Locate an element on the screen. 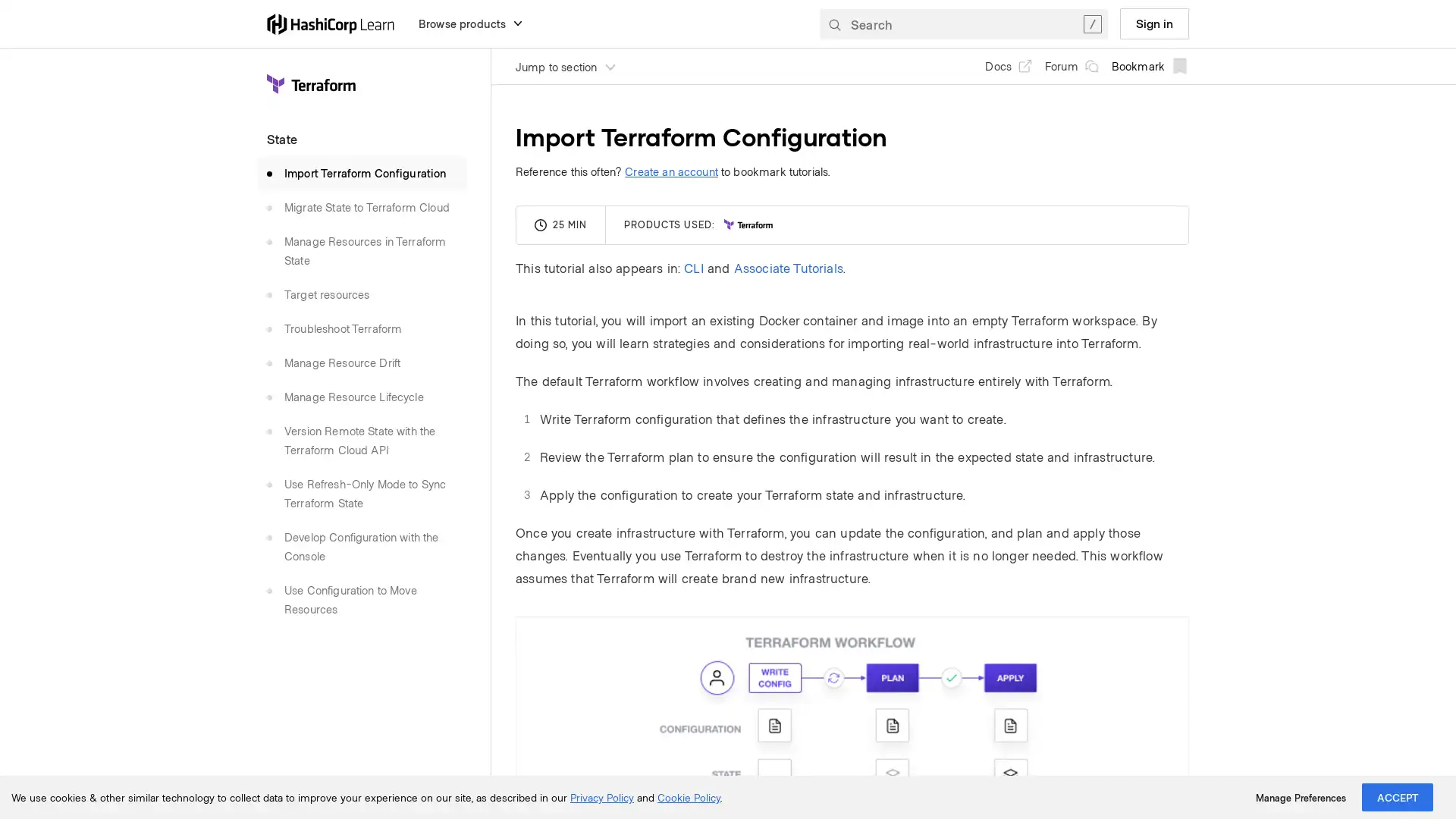 This screenshot has width=1456, height=819. Jump to section is located at coordinates (566, 65).